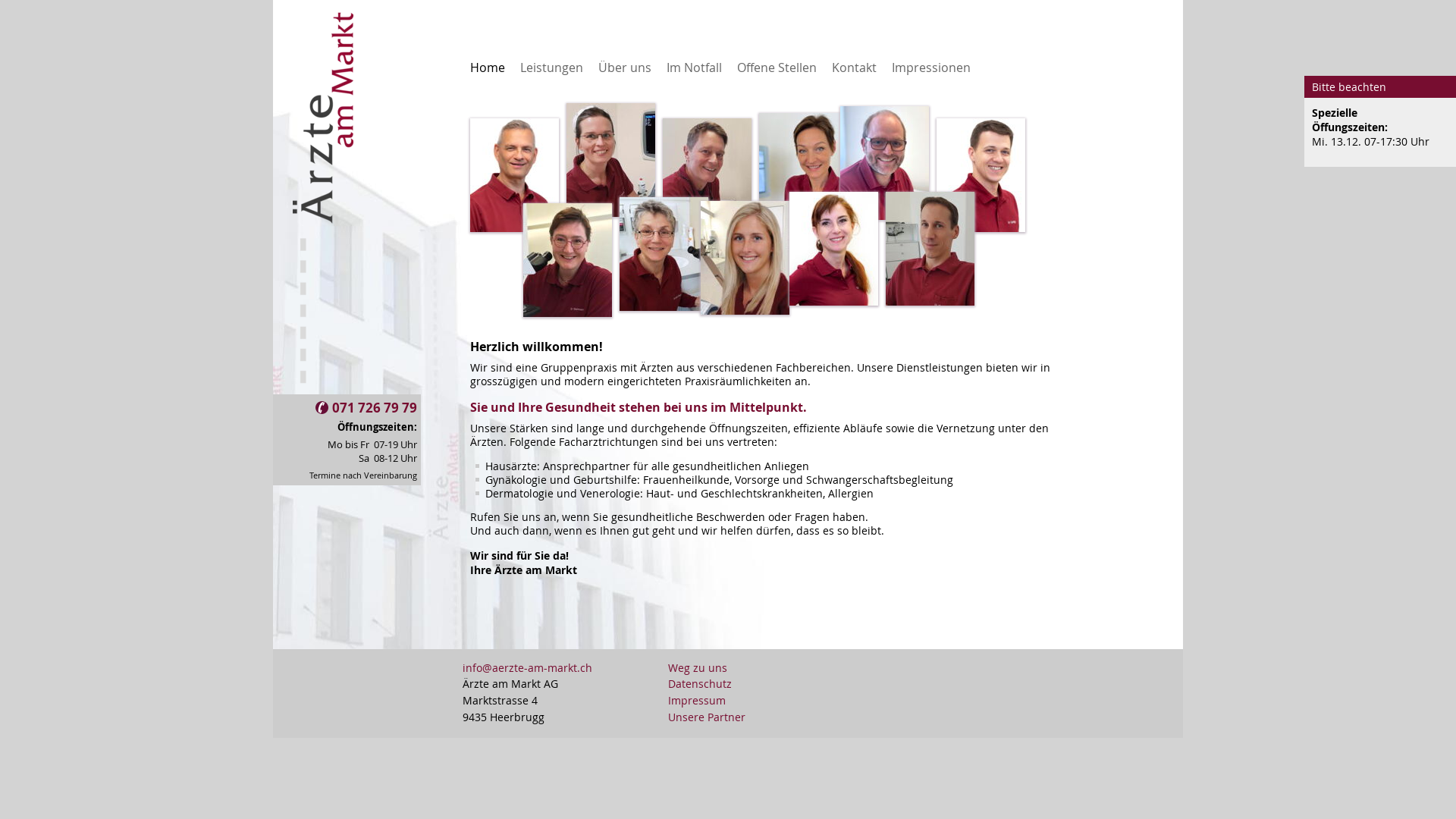 This screenshot has height=819, width=1456. What do you see at coordinates (930, 66) in the screenshot?
I see `'Impressionen'` at bounding box center [930, 66].